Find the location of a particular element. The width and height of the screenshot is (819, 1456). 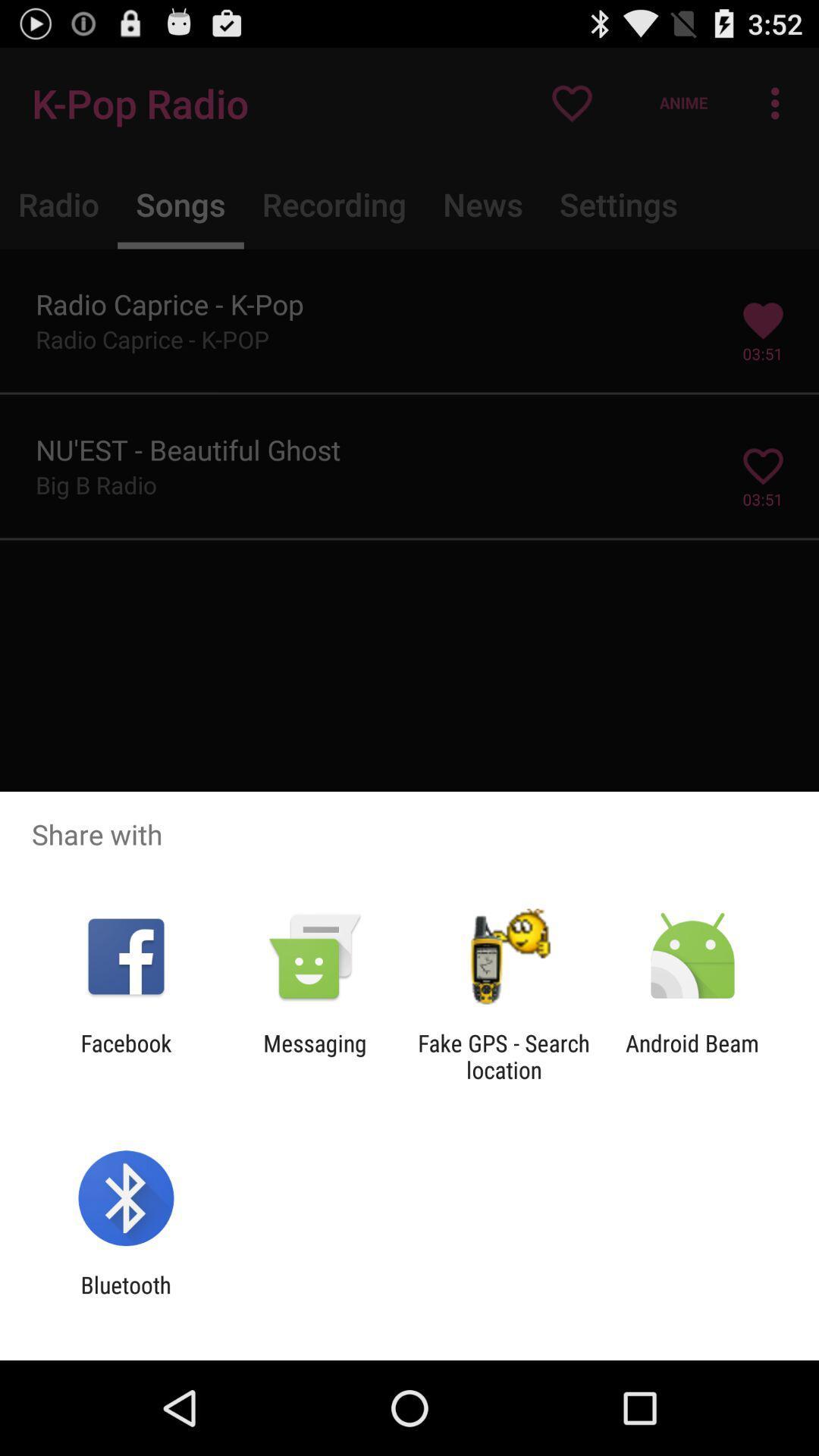

the app at the bottom right corner is located at coordinates (692, 1056).